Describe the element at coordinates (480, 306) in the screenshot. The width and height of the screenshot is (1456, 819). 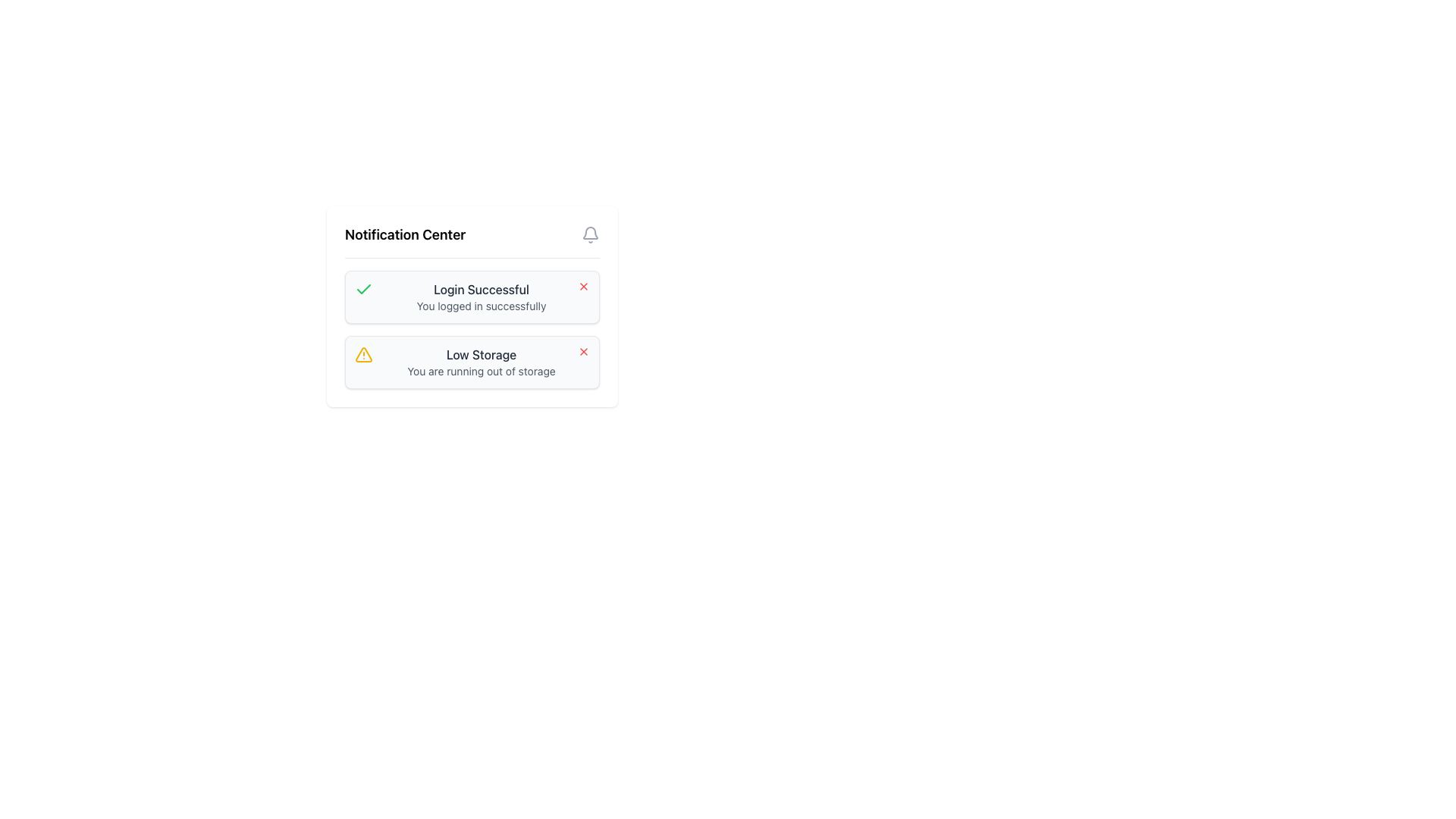
I see `the text label displaying 'You logged in successfully', which is located below the title 'Login Successful' within the notification card in the center of the interface` at that location.